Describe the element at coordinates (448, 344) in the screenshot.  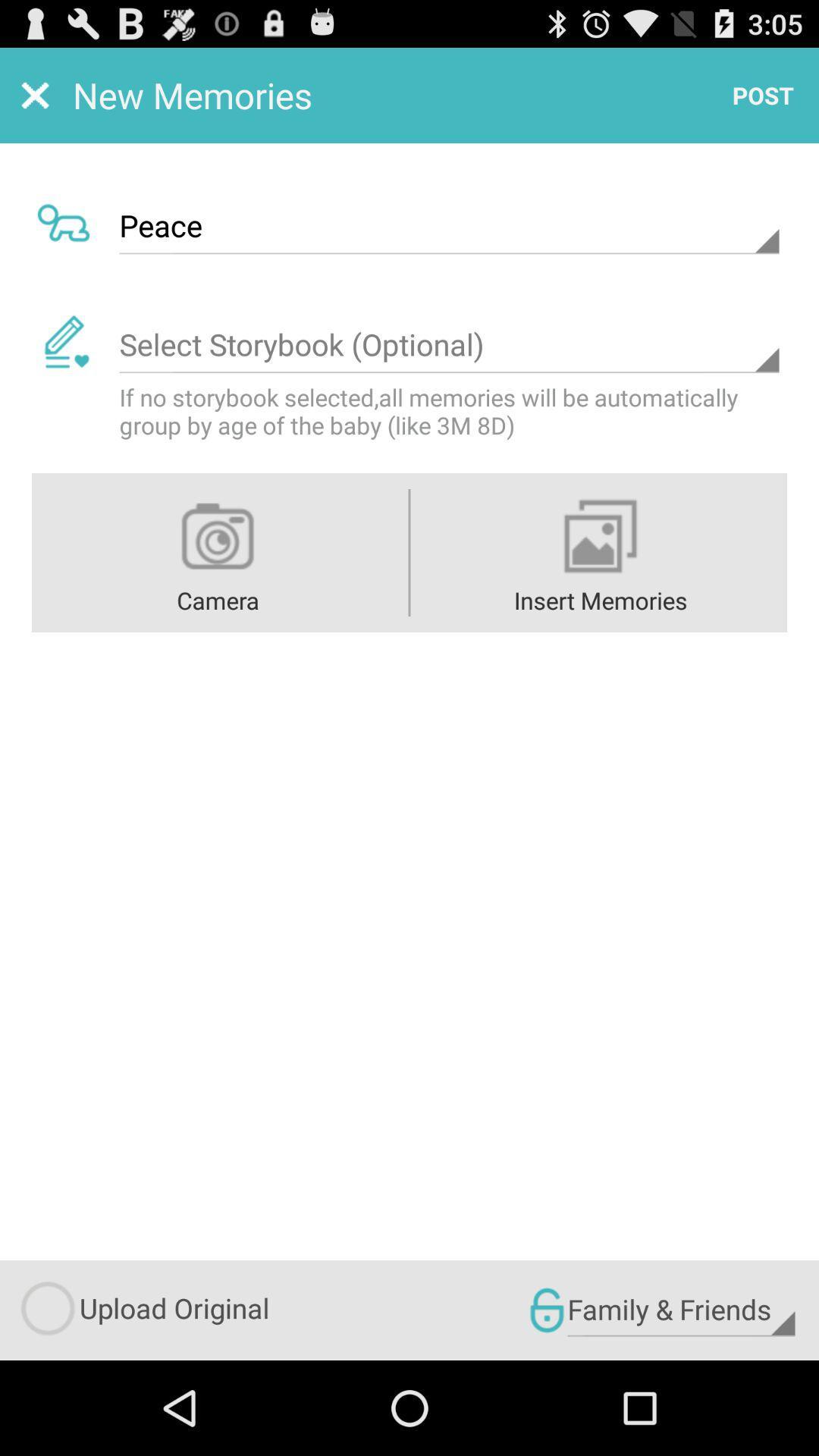
I see `text box` at that location.